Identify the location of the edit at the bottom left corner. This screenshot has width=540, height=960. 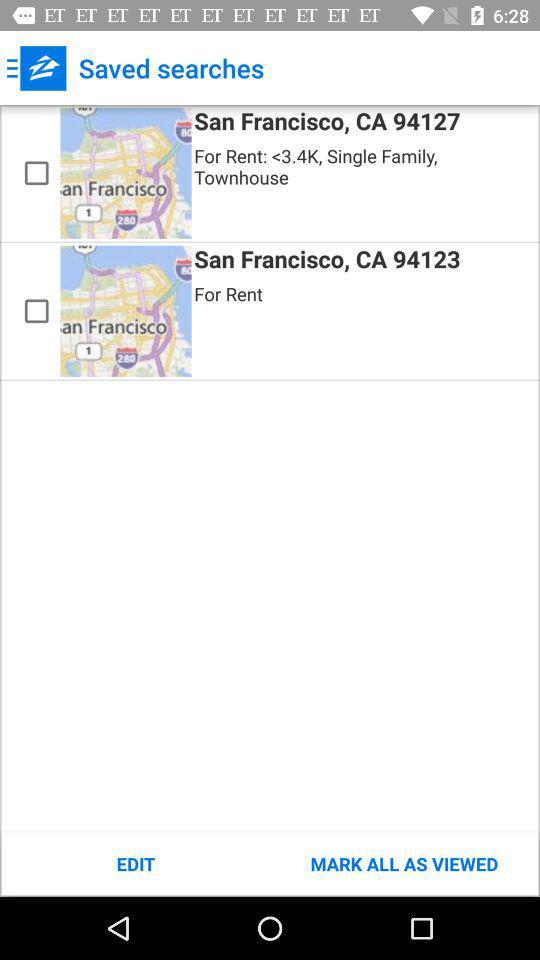
(135, 863).